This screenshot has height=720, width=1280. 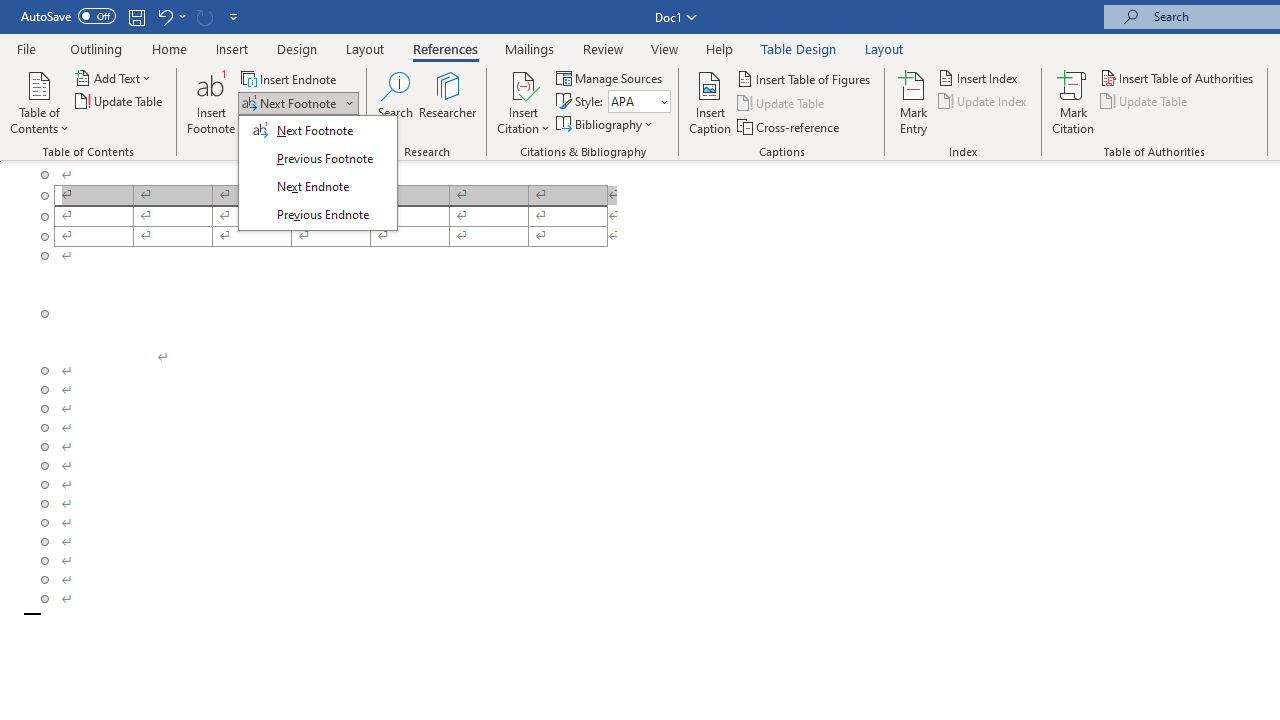 What do you see at coordinates (605, 124) in the screenshot?
I see `'Bibliography'` at bounding box center [605, 124].